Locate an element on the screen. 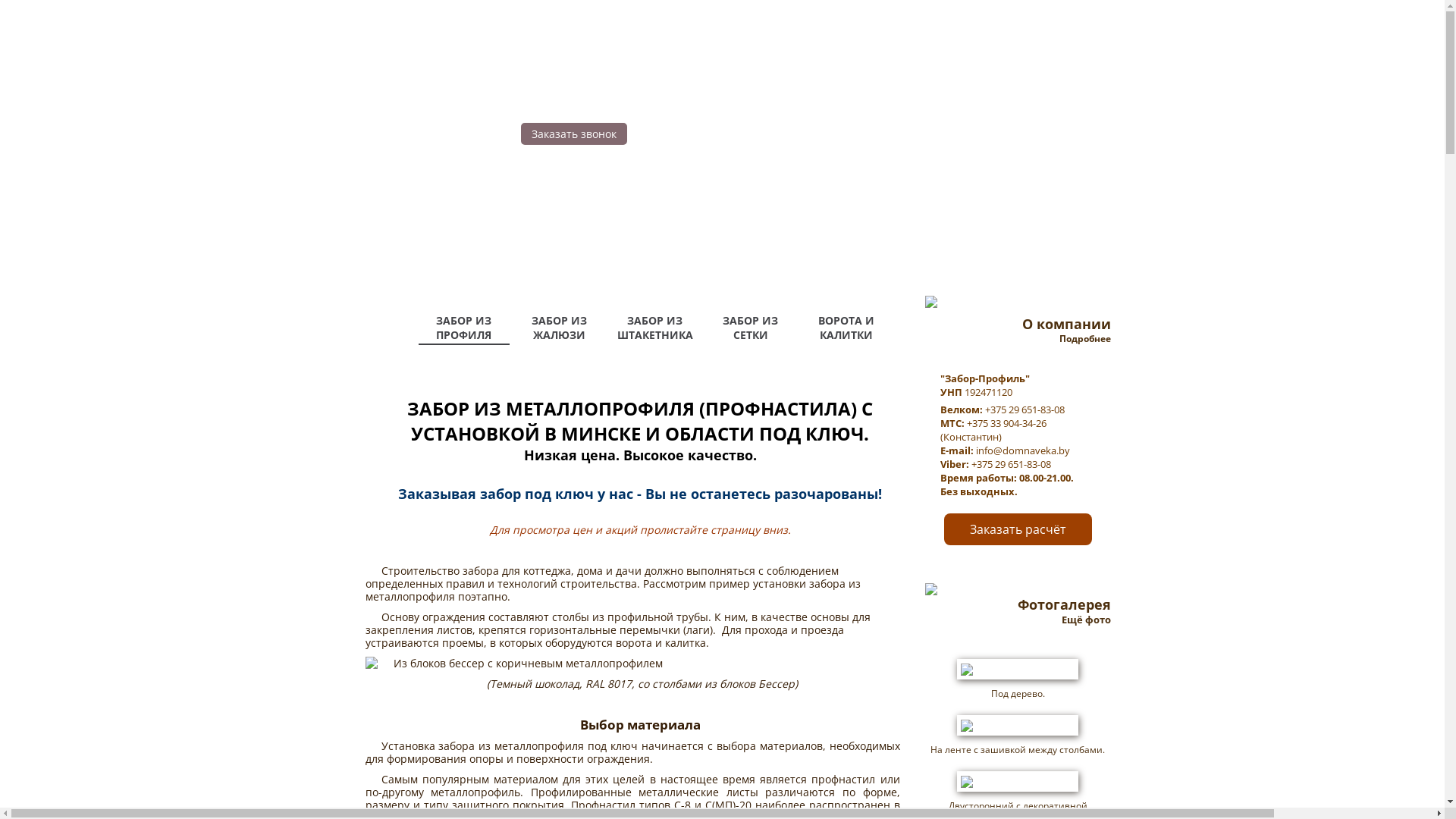 The width and height of the screenshot is (1456, 819). '+375 33 904-34-26' is located at coordinates (965, 423).